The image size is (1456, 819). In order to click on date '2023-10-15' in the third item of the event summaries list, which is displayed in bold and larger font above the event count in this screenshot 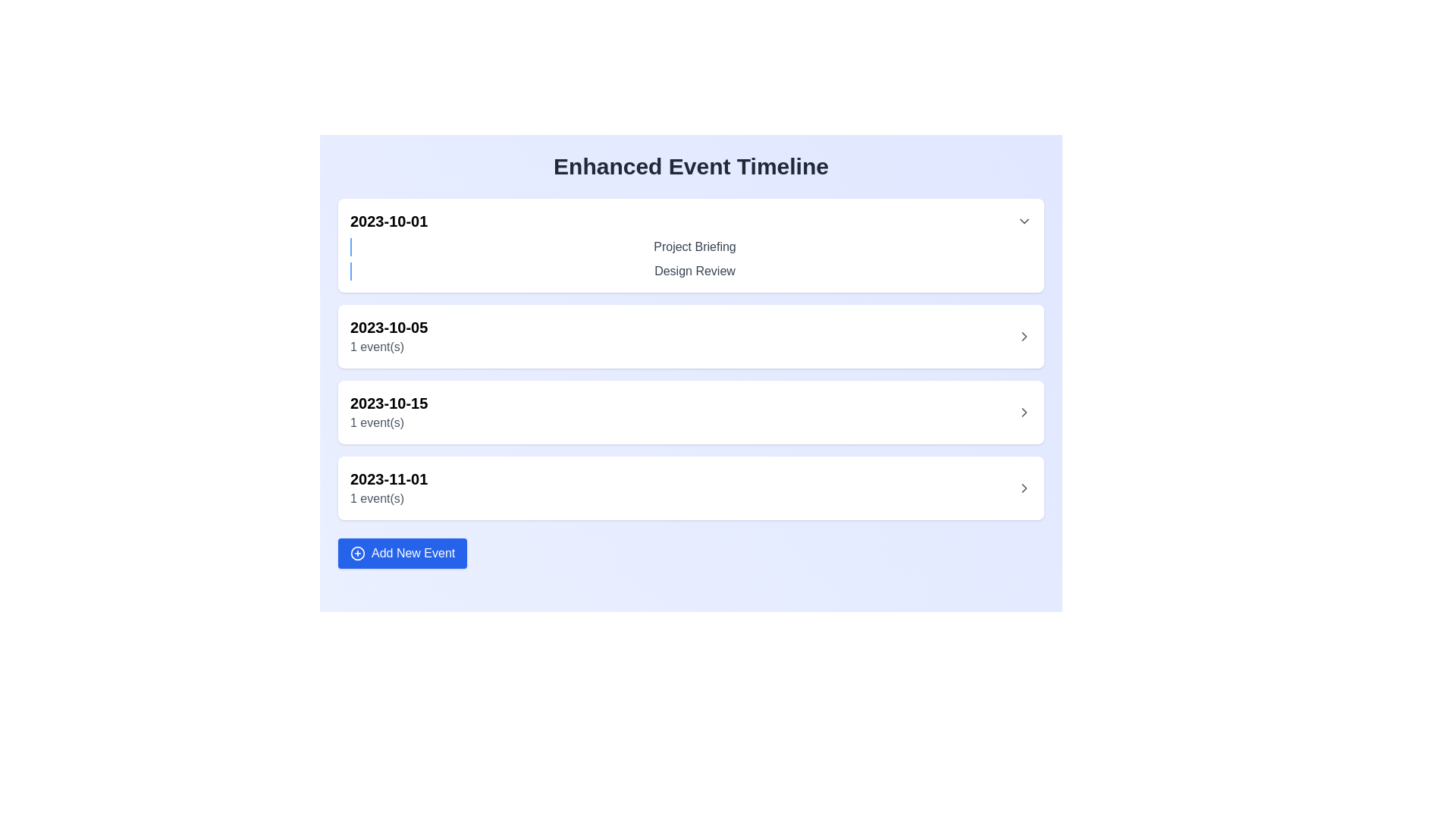, I will do `click(389, 412)`.